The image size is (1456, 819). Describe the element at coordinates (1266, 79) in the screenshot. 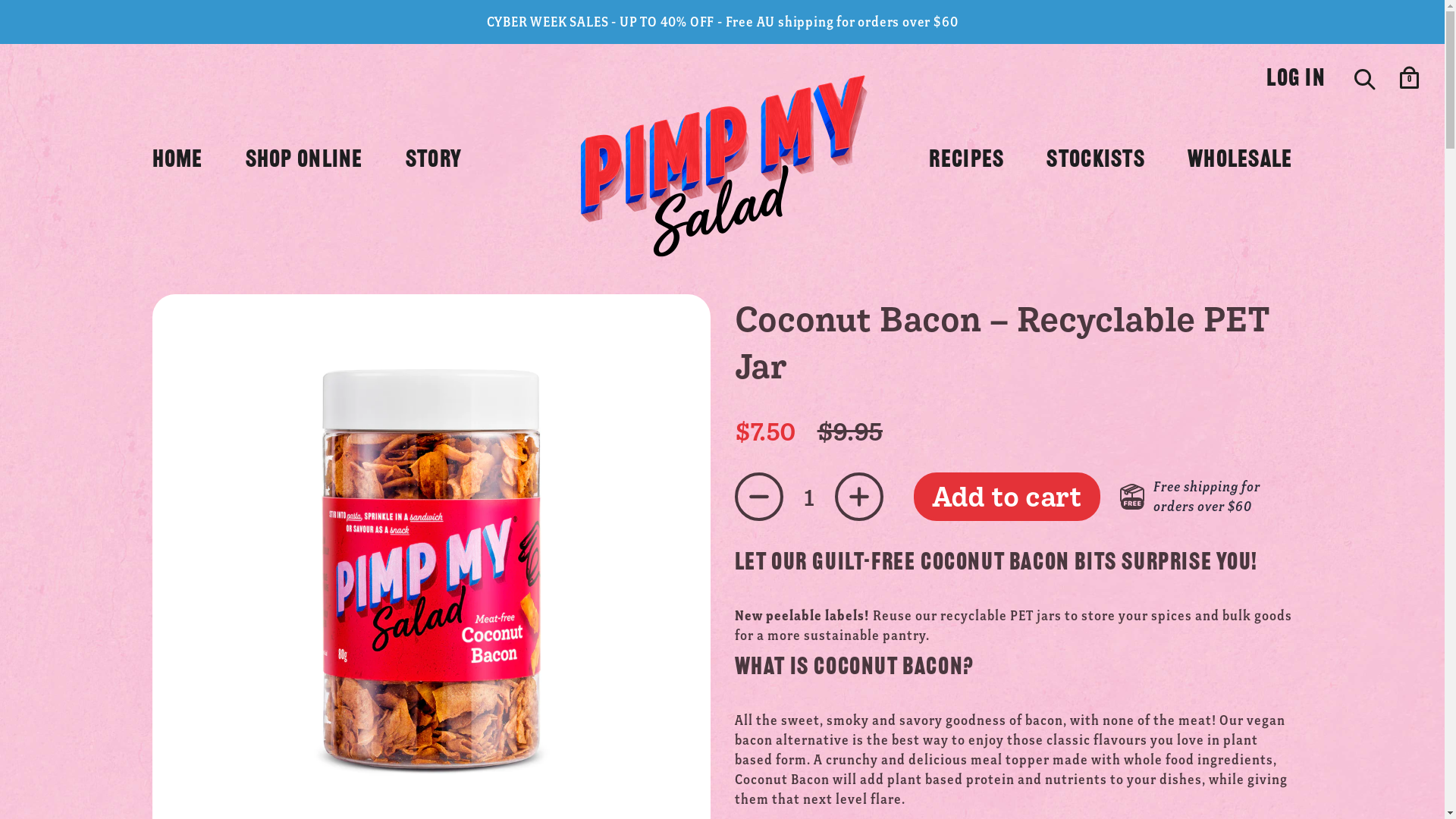

I see `'Log in'` at that location.